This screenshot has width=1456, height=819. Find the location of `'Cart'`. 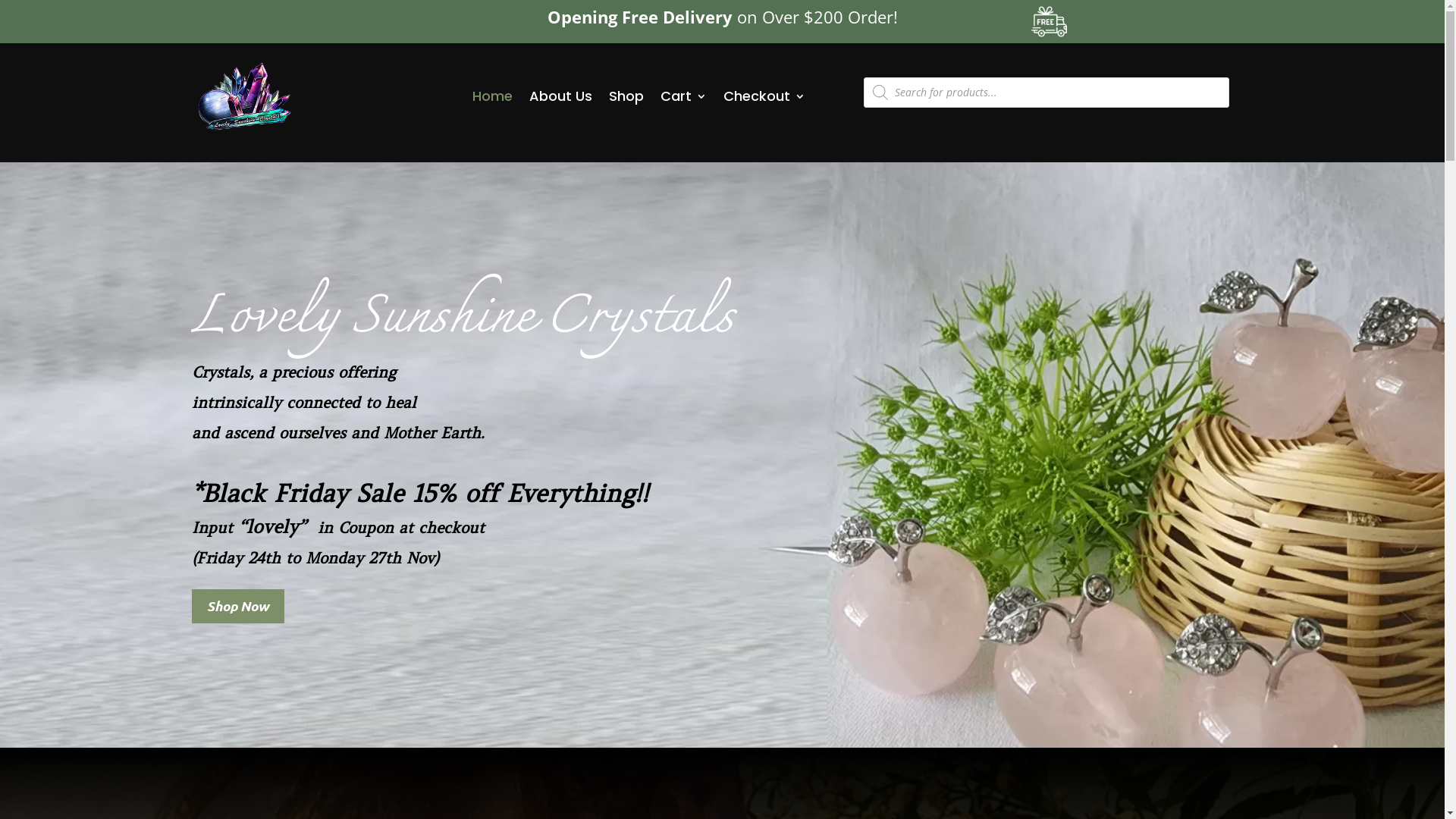

'Cart' is located at coordinates (682, 96).